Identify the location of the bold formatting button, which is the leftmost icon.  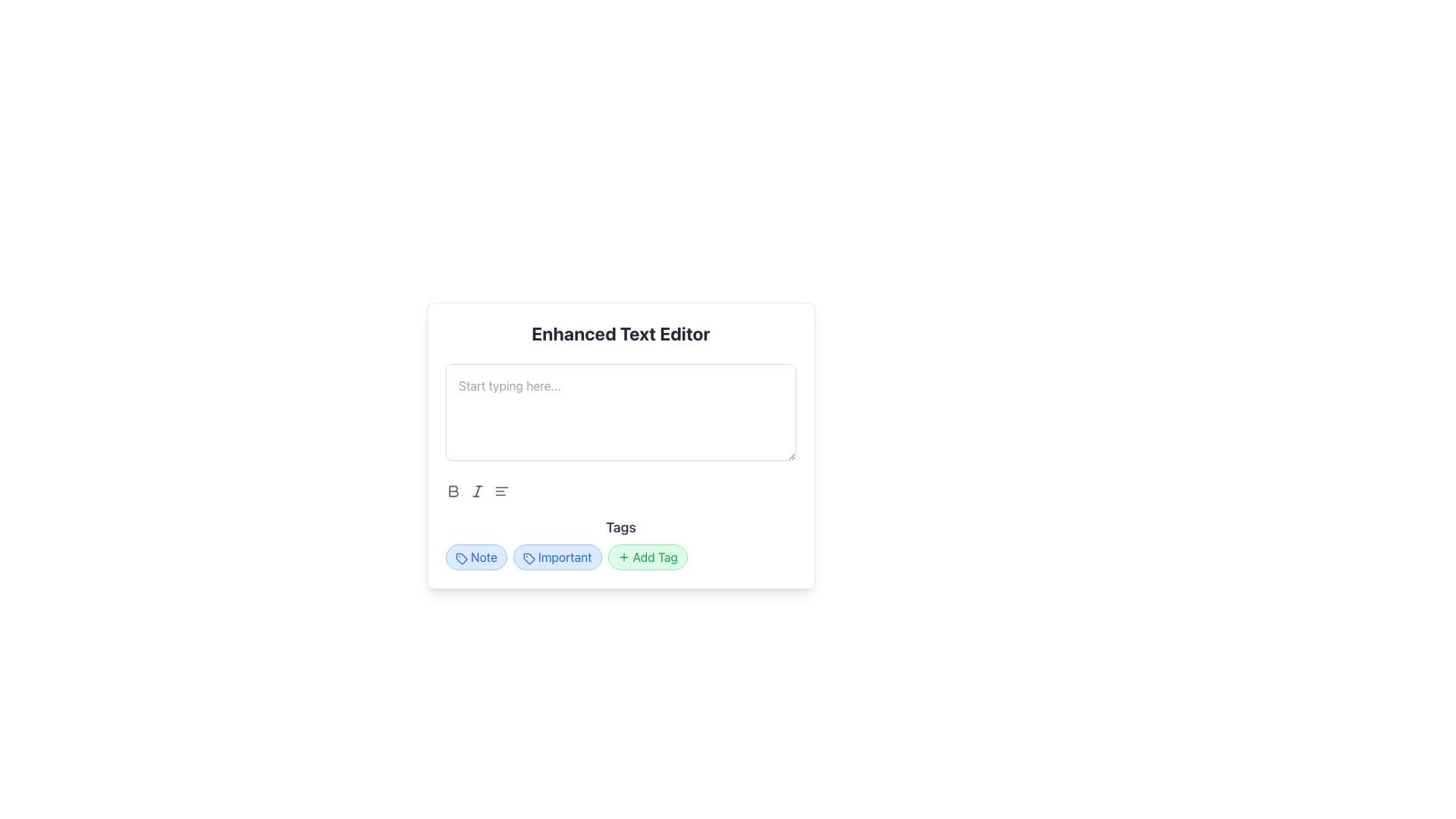
(453, 491).